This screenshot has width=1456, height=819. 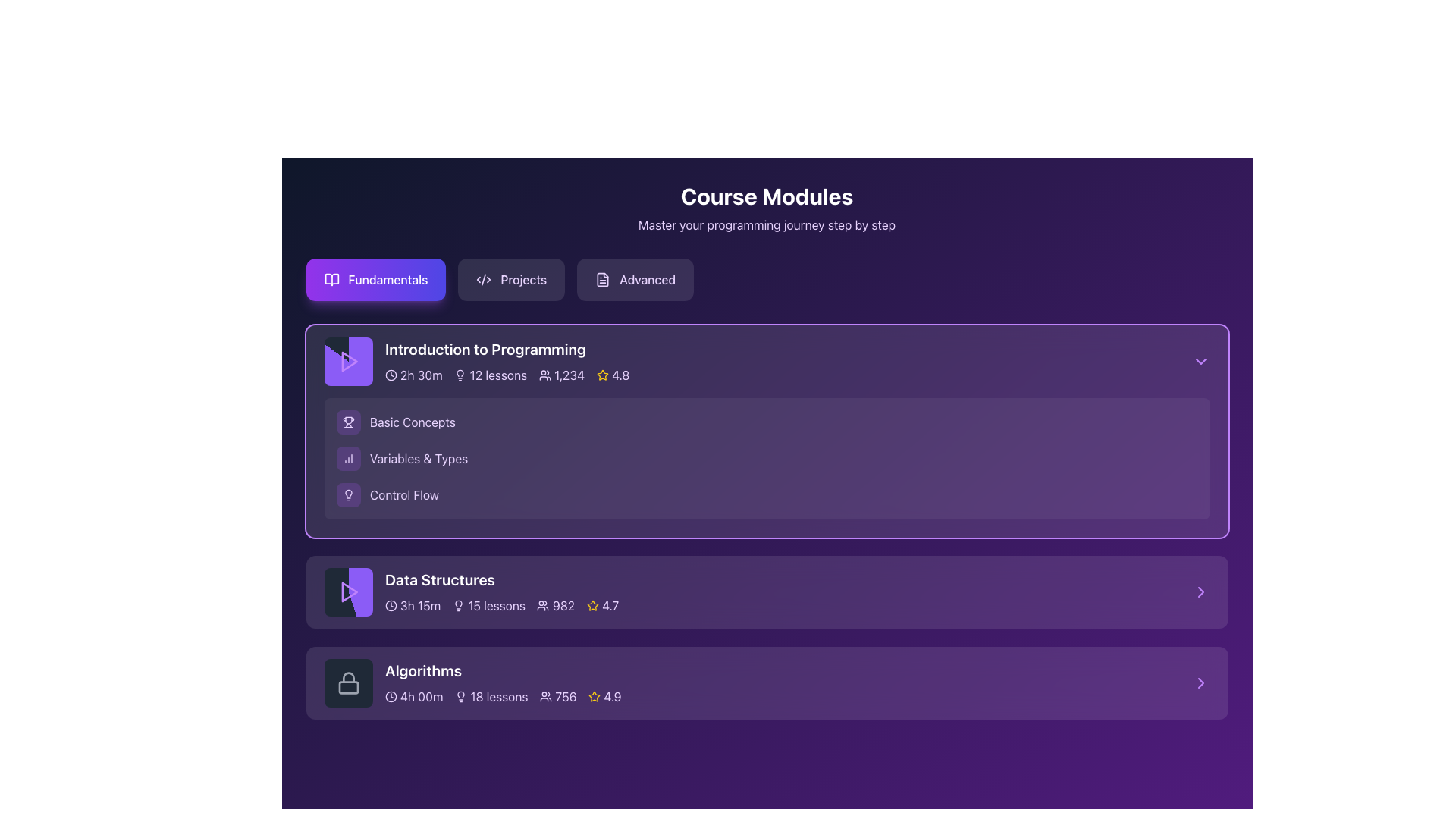 What do you see at coordinates (1200, 362) in the screenshot?
I see `the chevron icon button in the top-right corner of the 'Introduction to Programming' section` at bounding box center [1200, 362].